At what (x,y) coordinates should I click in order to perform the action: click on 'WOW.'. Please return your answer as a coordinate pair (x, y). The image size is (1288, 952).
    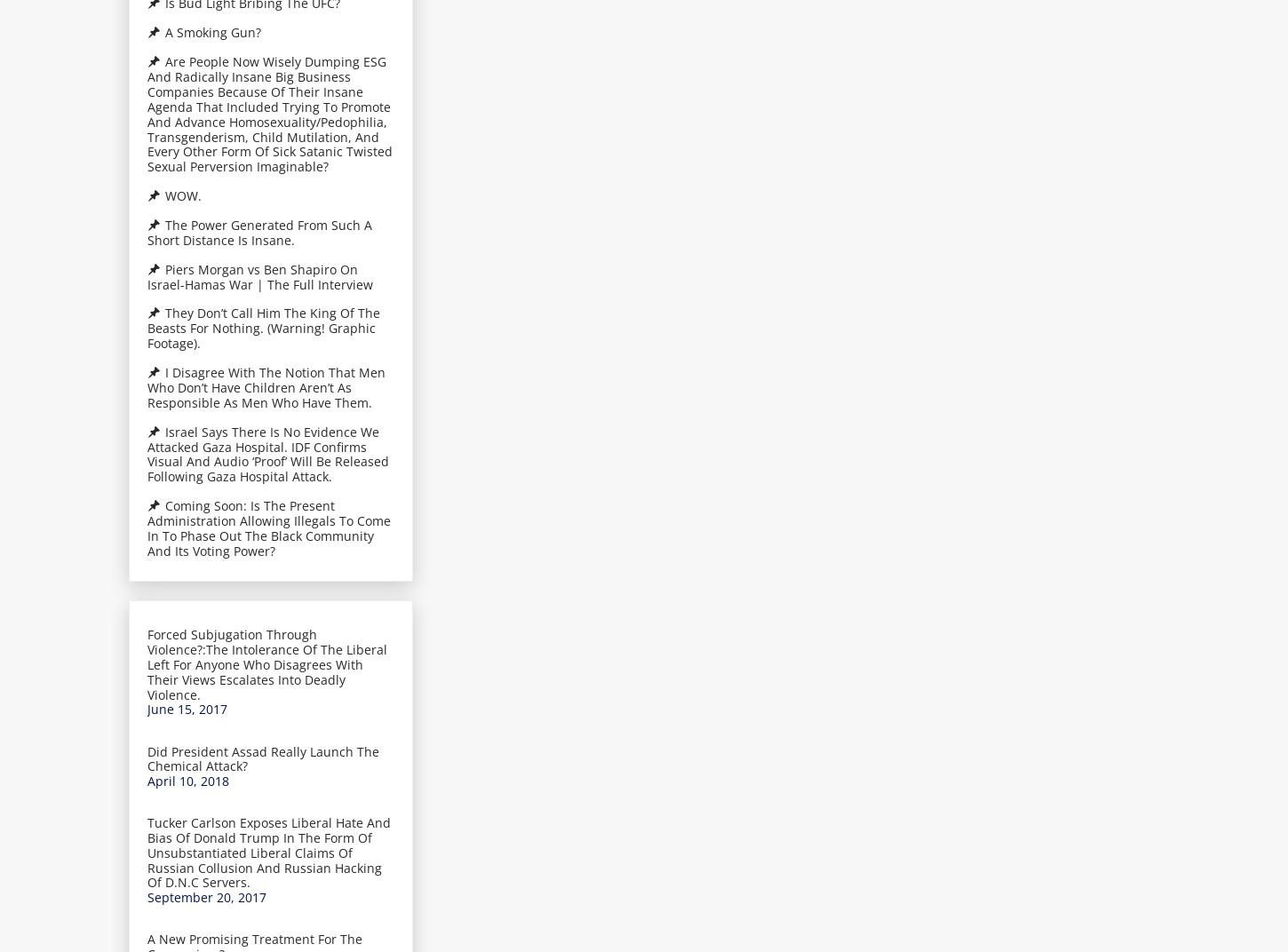
    Looking at the image, I should click on (182, 195).